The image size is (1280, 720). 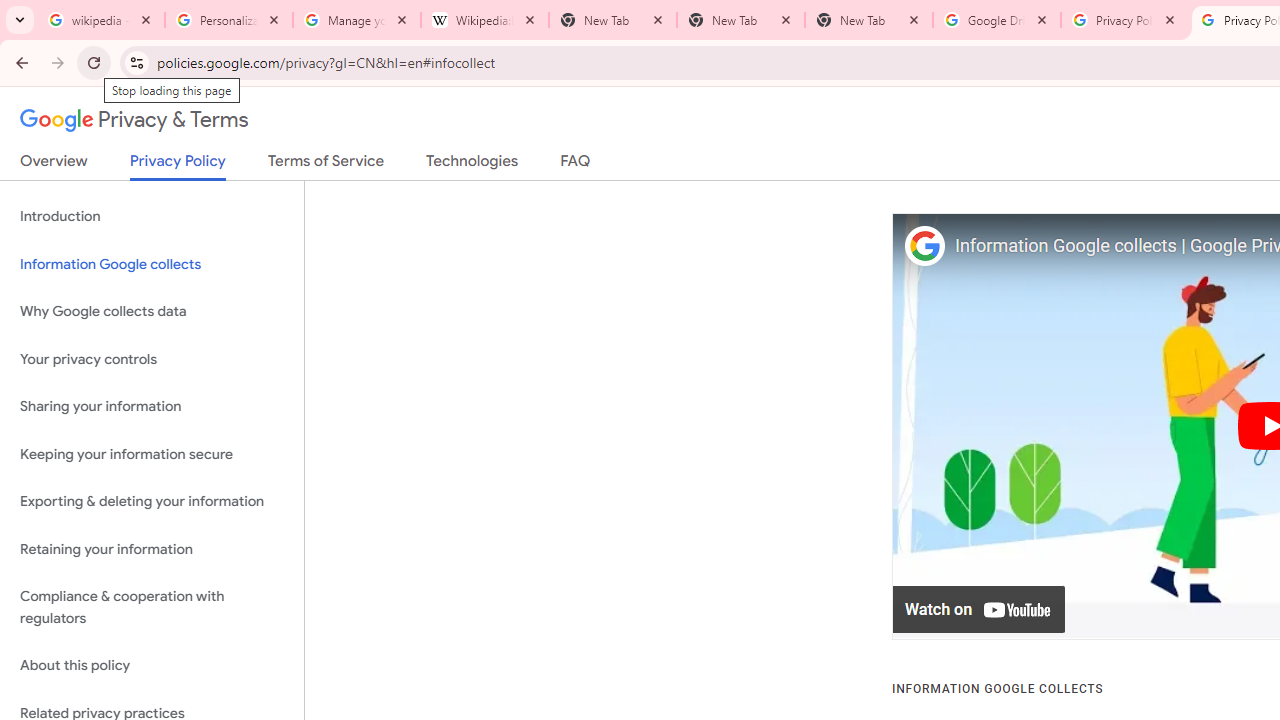 What do you see at coordinates (151, 549) in the screenshot?
I see `'Retaining your information'` at bounding box center [151, 549].